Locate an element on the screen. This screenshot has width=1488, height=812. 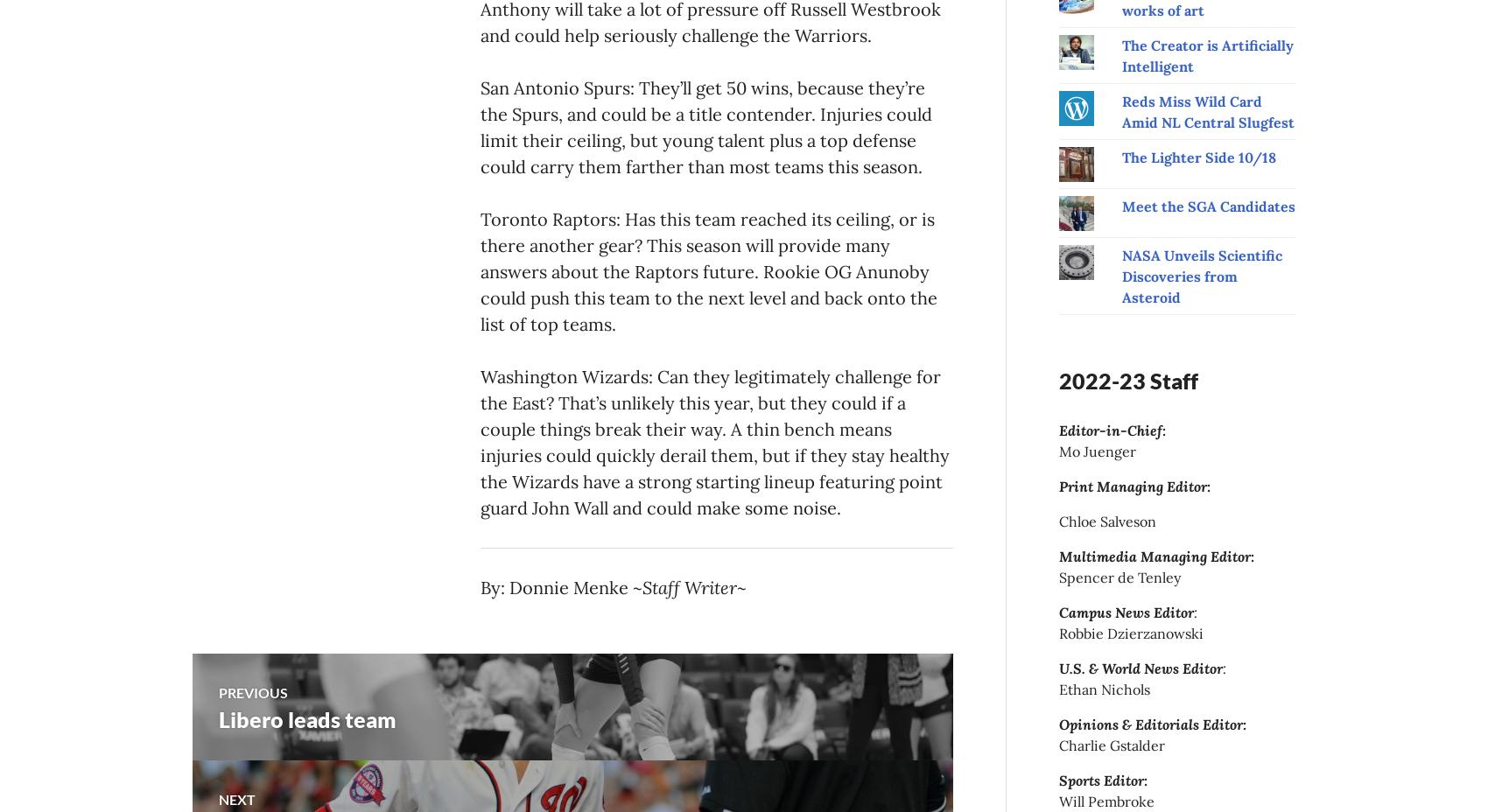
'NASA Unveils Scientific Discoveries from Asteroid' is located at coordinates (1201, 274).